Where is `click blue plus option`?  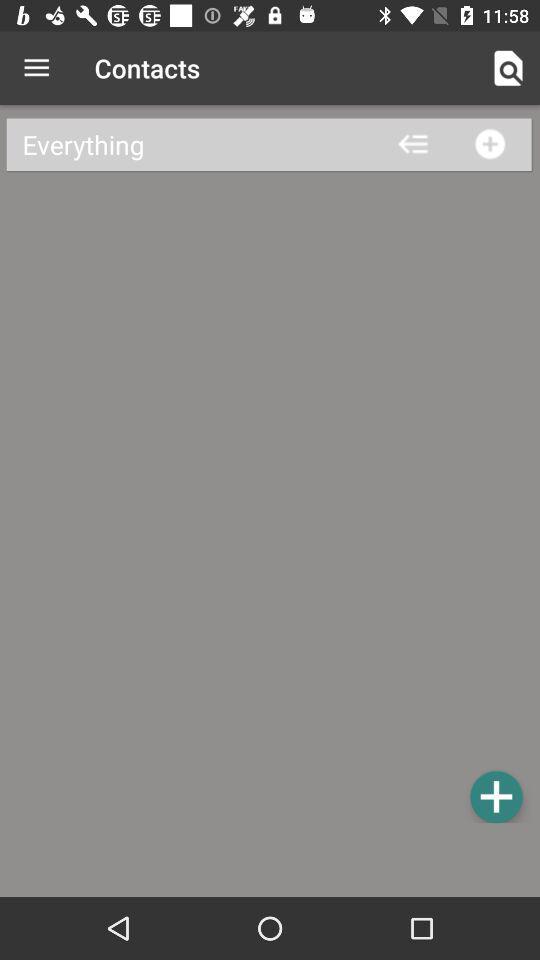
click blue plus option is located at coordinates (495, 796).